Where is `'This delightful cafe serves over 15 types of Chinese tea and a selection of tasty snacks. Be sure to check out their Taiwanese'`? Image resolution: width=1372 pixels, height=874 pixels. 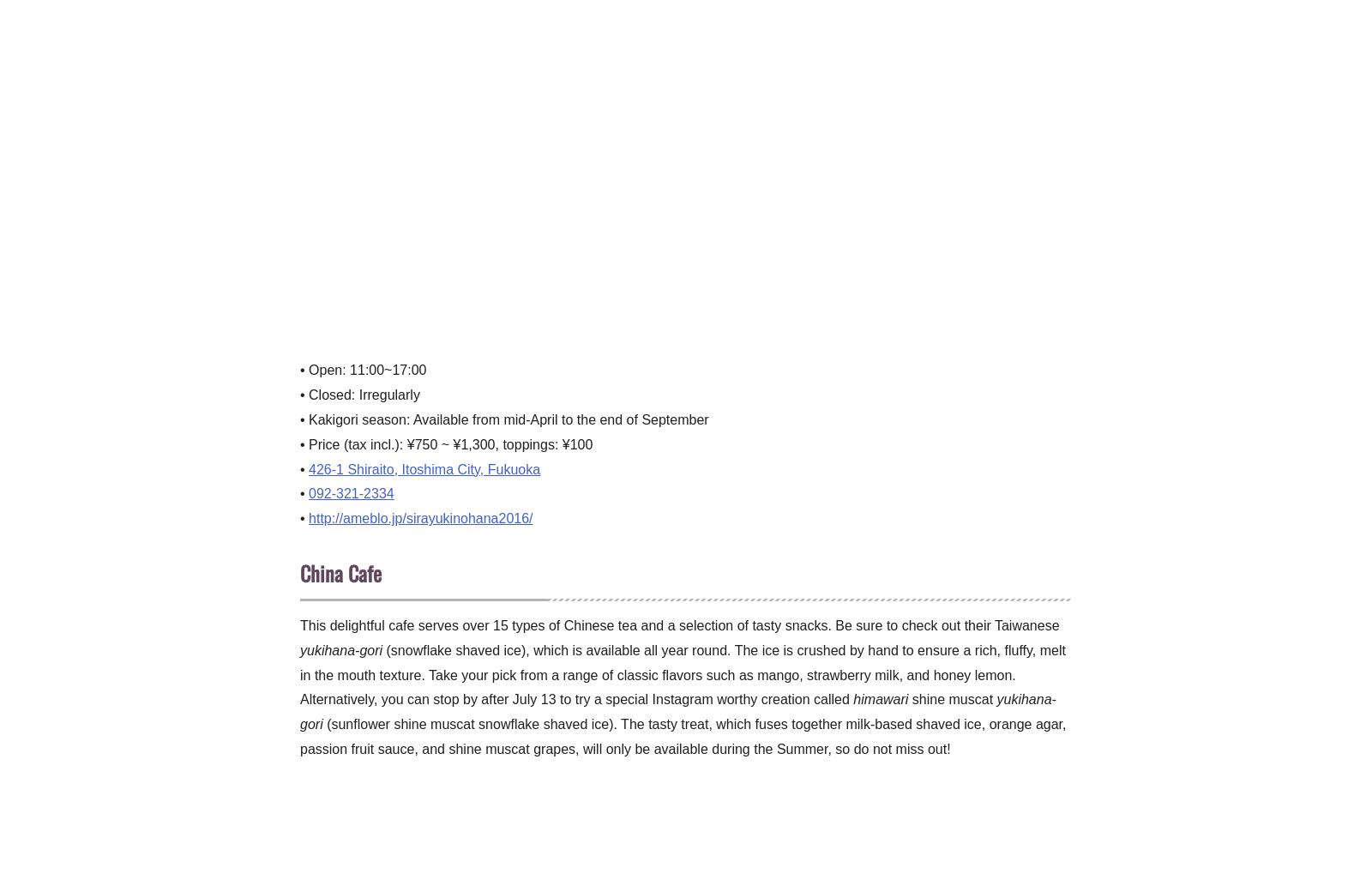
'This delightful cafe serves over 15 types of Chinese tea and a selection of tasty snacks. Be sure to check out their Taiwanese' is located at coordinates (679, 625).